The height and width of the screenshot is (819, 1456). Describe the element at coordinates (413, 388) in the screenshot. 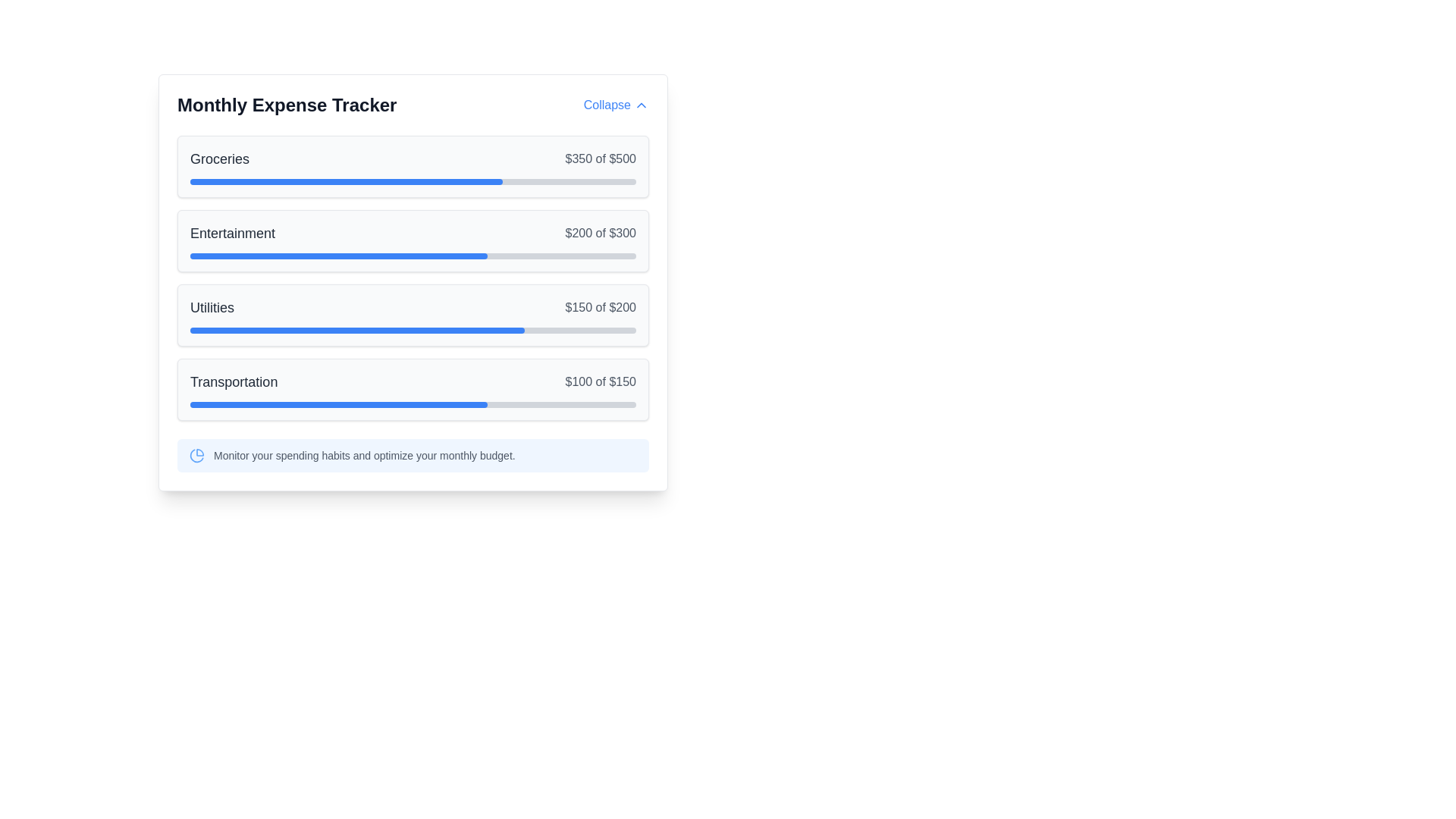

I see `the Budget tracker card for 'Transportation', which displays a total allocation of $150 and an already used amount of $100, located at the bottom of the list of expense categories in the 'Monthly Expense Tracker'` at that location.